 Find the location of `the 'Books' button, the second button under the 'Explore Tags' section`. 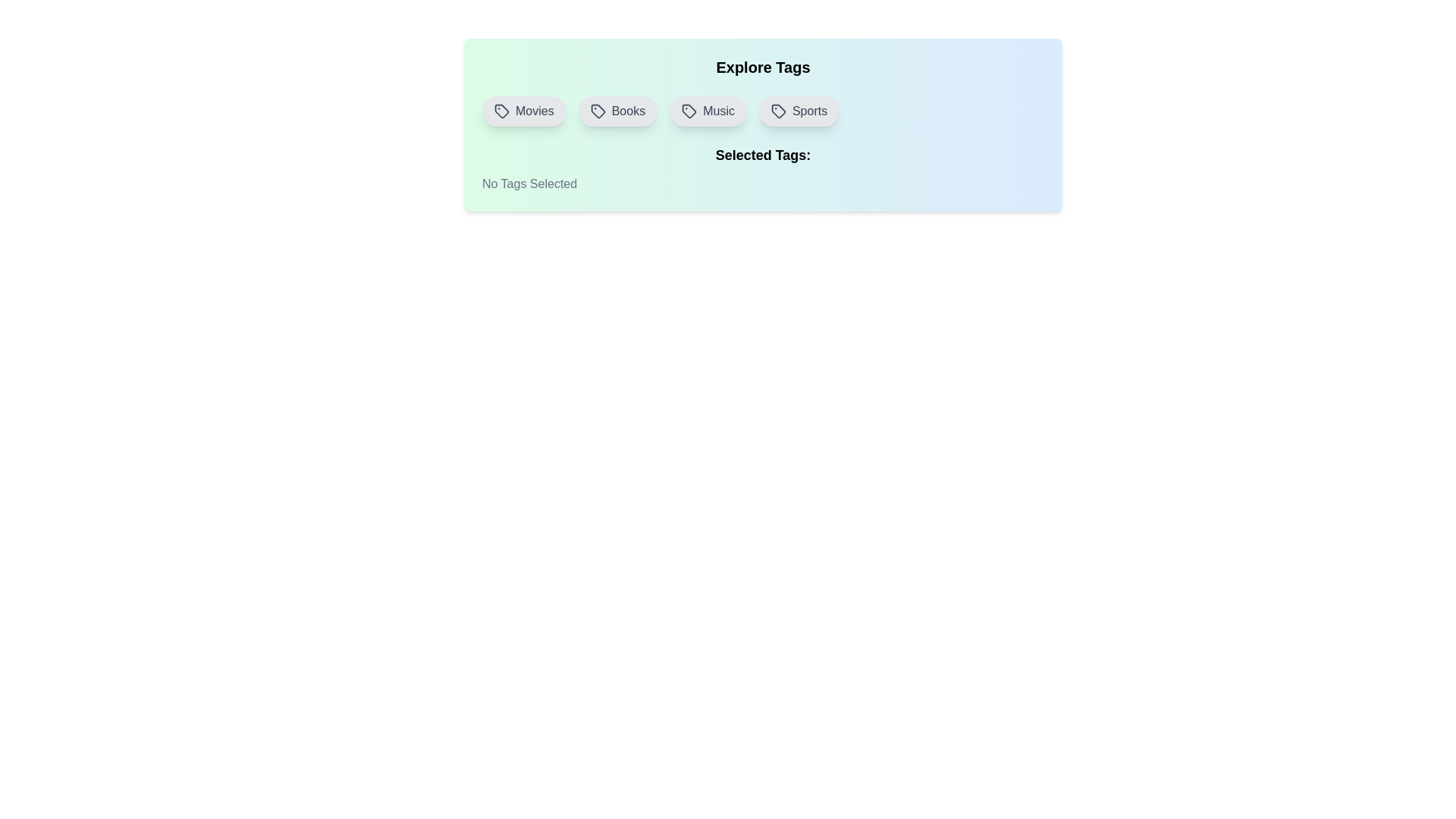

the 'Books' button, the second button under the 'Explore Tags' section is located at coordinates (617, 110).